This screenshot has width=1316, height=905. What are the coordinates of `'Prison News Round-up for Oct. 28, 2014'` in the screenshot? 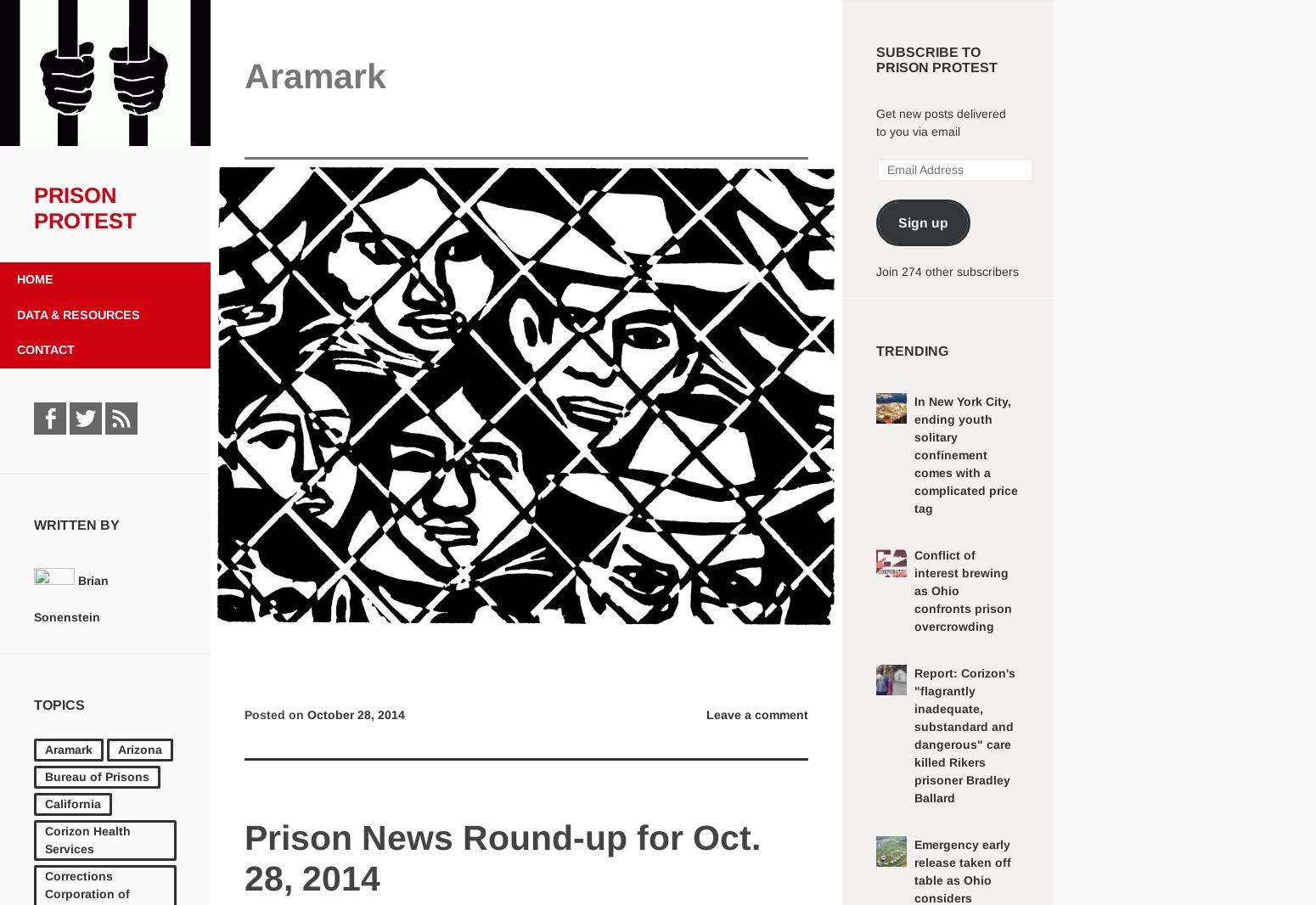 It's located at (244, 857).